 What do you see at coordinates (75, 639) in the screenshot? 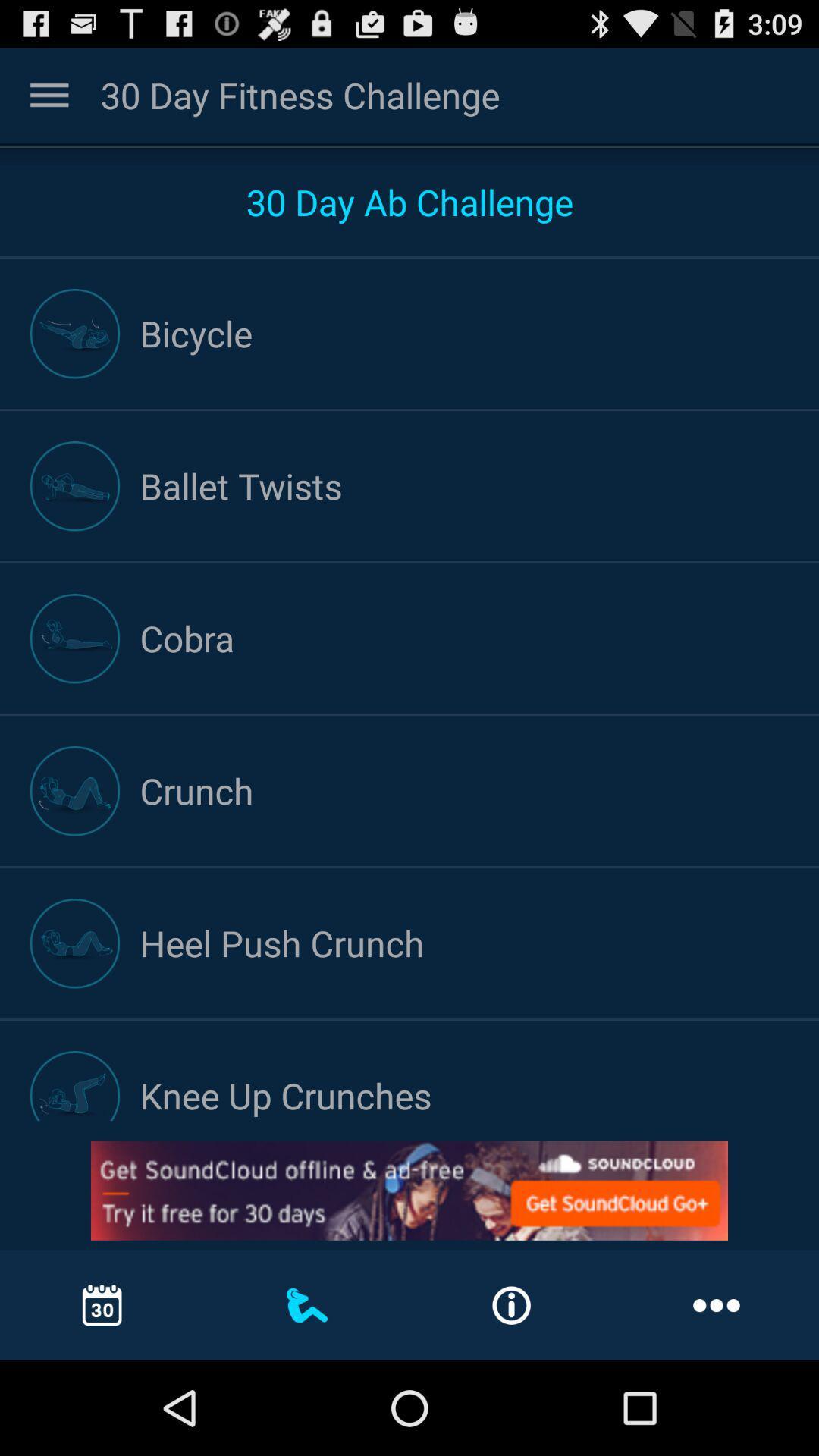
I see `the symbol which is on left hand side of the text cobra` at bounding box center [75, 639].